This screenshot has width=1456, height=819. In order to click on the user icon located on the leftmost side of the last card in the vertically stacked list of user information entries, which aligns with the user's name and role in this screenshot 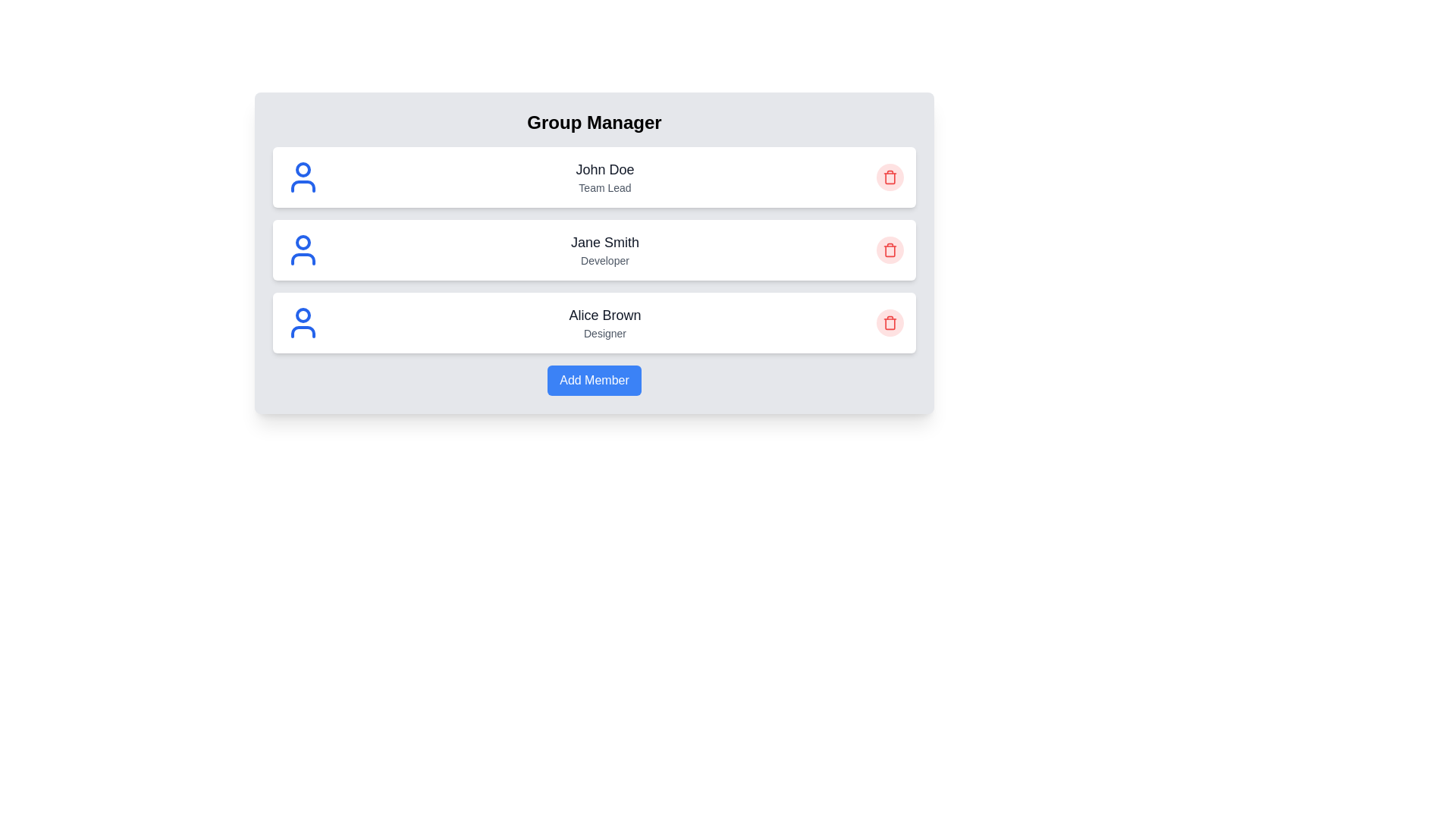, I will do `click(303, 322)`.